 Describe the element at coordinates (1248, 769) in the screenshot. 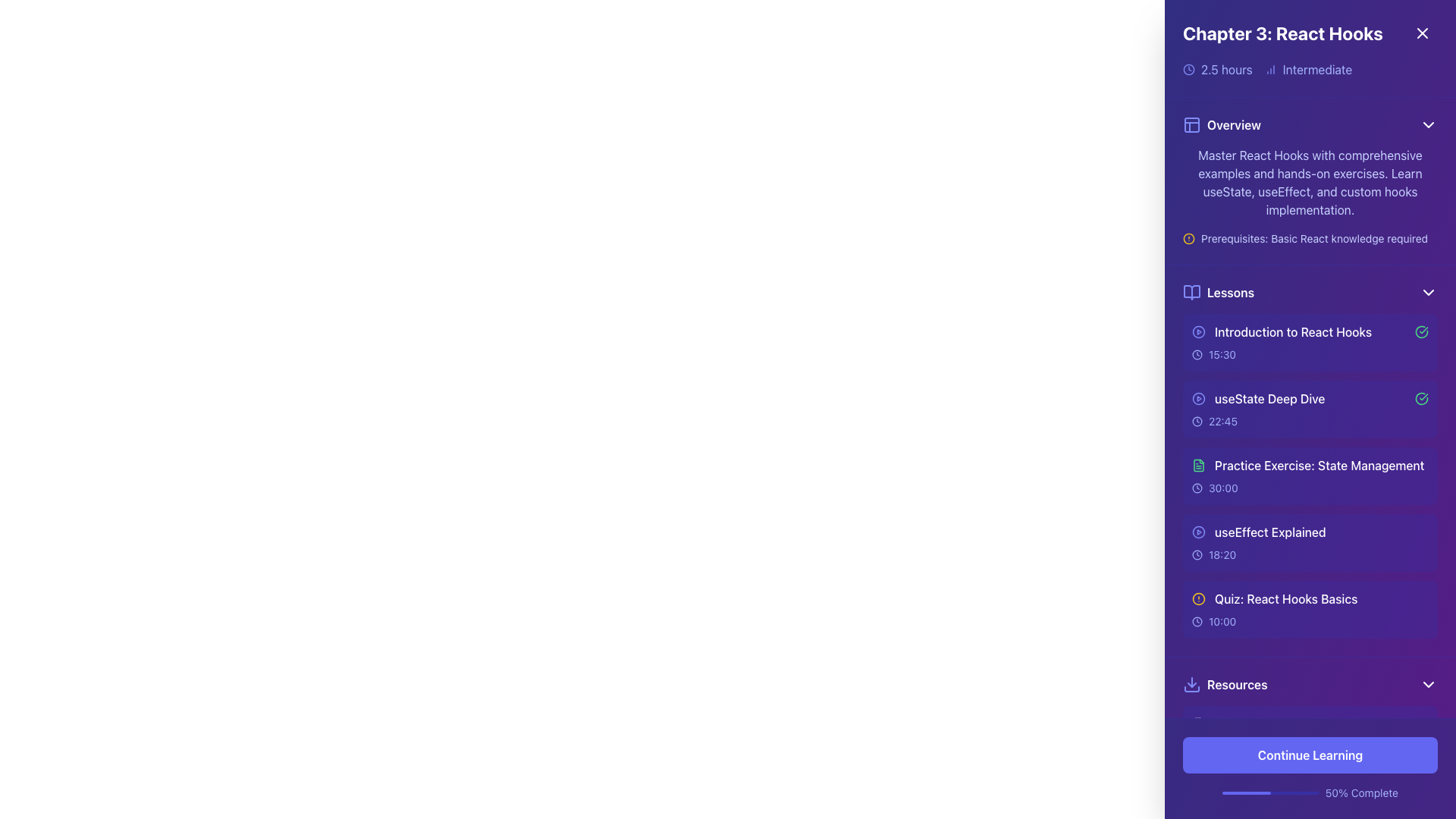

I see `the text label 'Exercise Files' which indicates downloadable or viewable exercise materials, located at the bottom right of the interface under the 'Resources' section` at that location.